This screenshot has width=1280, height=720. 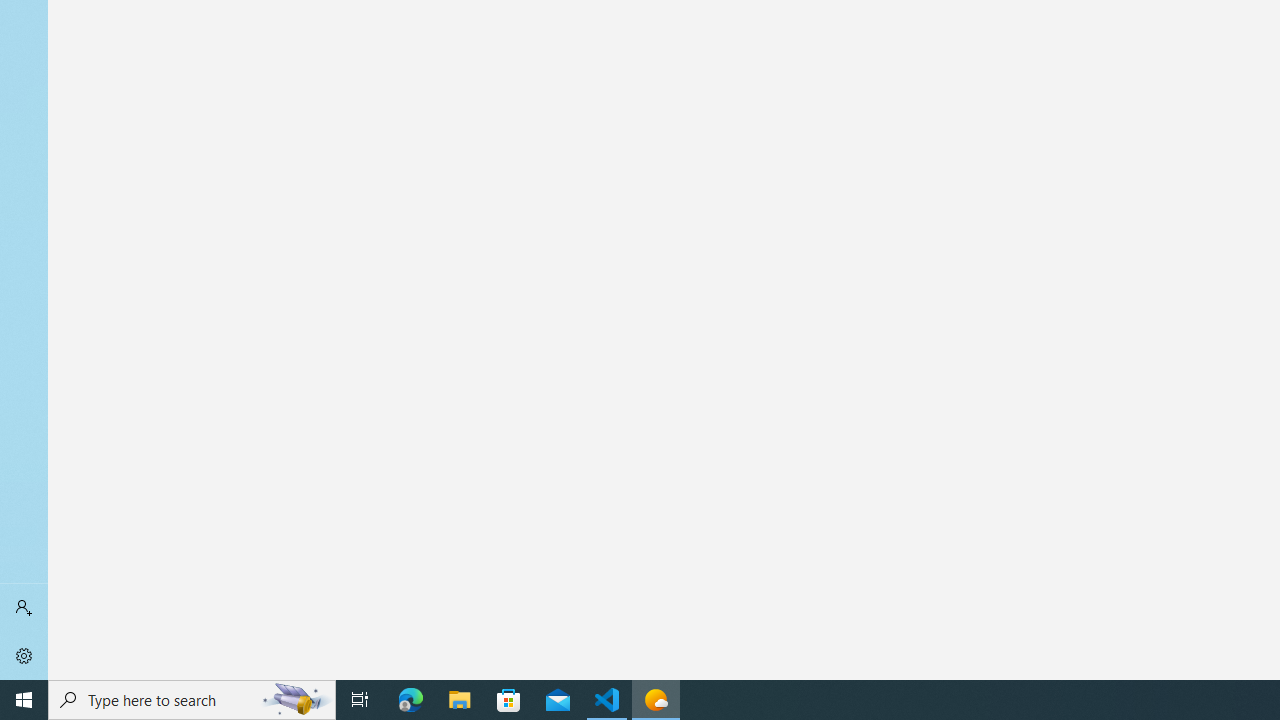 What do you see at coordinates (294, 698) in the screenshot?
I see `'Search highlights icon opens search home window'` at bounding box center [294, 698].